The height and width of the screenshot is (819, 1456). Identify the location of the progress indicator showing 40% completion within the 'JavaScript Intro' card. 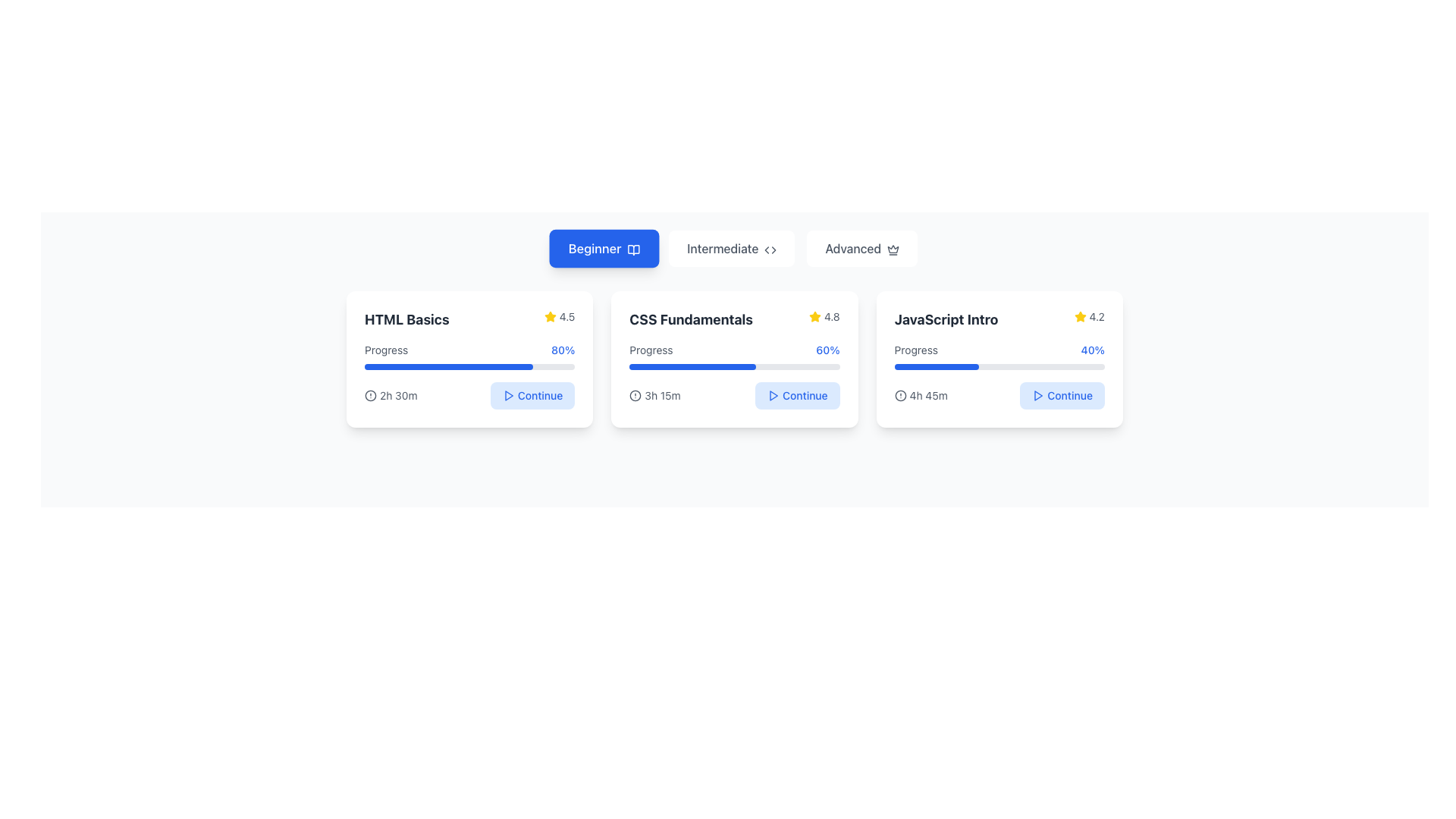
(999, 356).